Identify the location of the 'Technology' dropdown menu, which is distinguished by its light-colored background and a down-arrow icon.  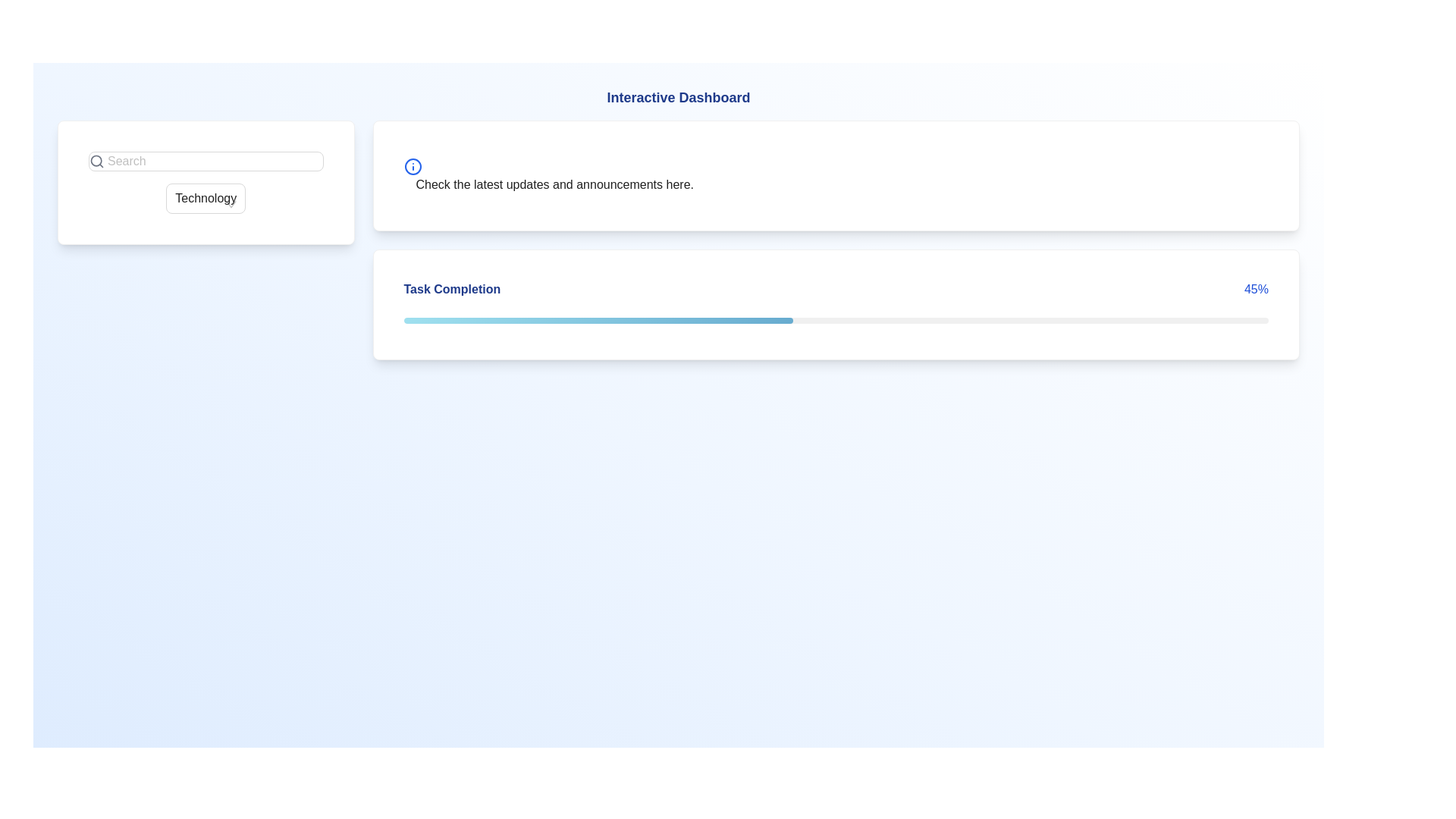
(205, 198).